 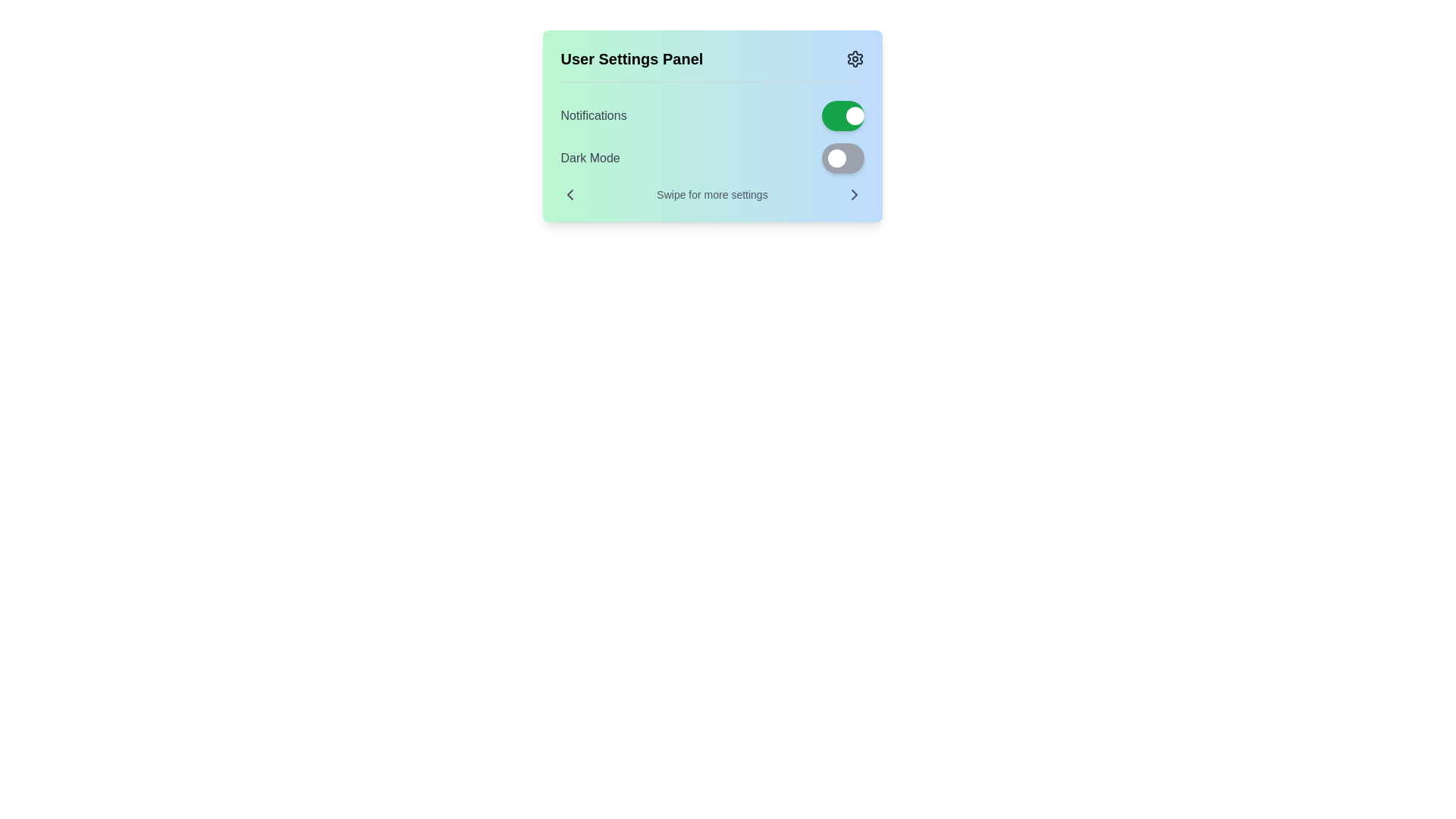 I want to click on the notification toggle switch to change its state, so click(x=842, y=115).